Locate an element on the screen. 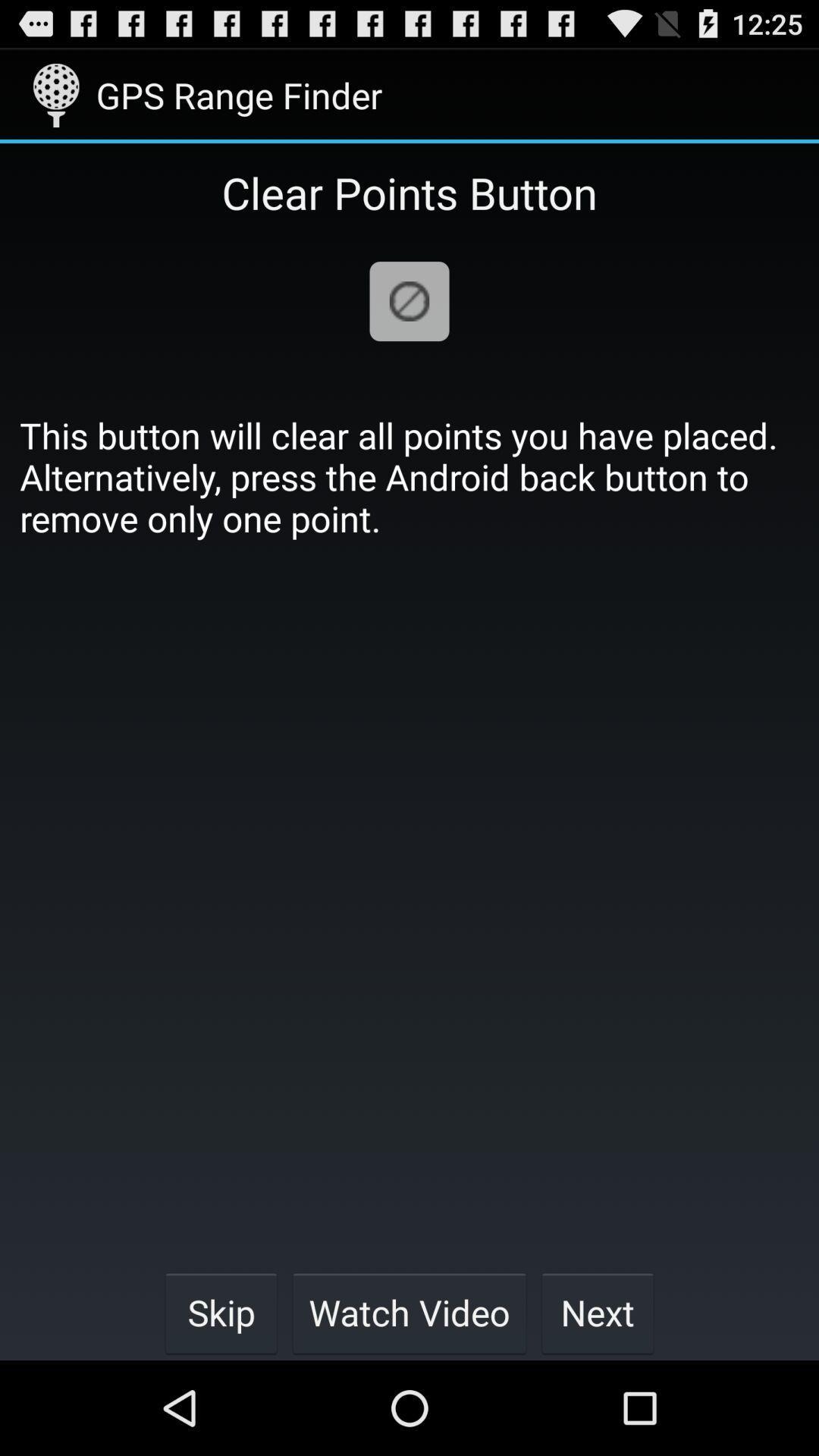 This screenshot has width=819, height=1456. button next to the next item is located at coordinates (409, 1312).